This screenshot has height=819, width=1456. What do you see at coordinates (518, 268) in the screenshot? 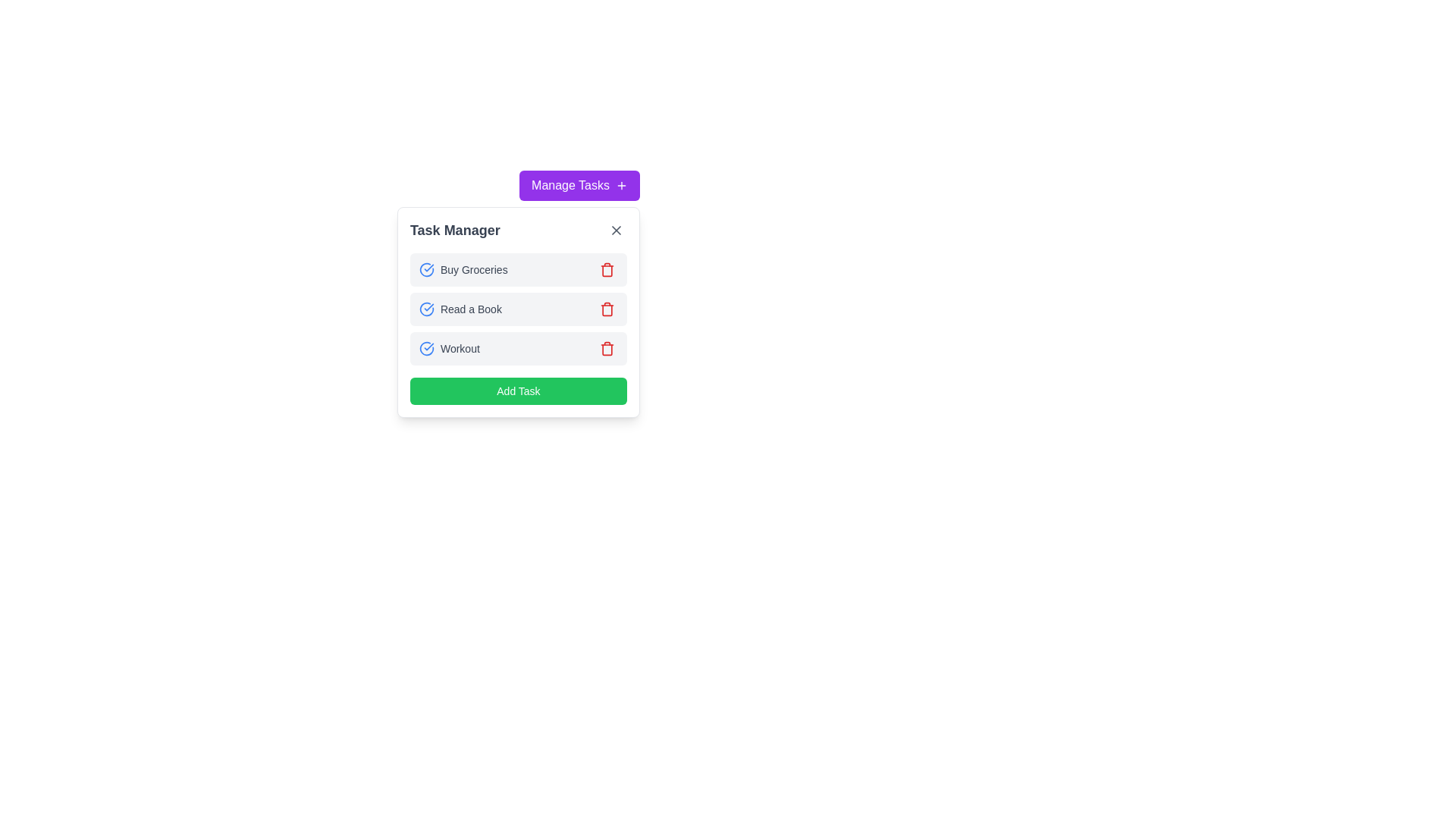
I see `the first task item row in the 'Task Manager'` at bounding box center [518, 268].